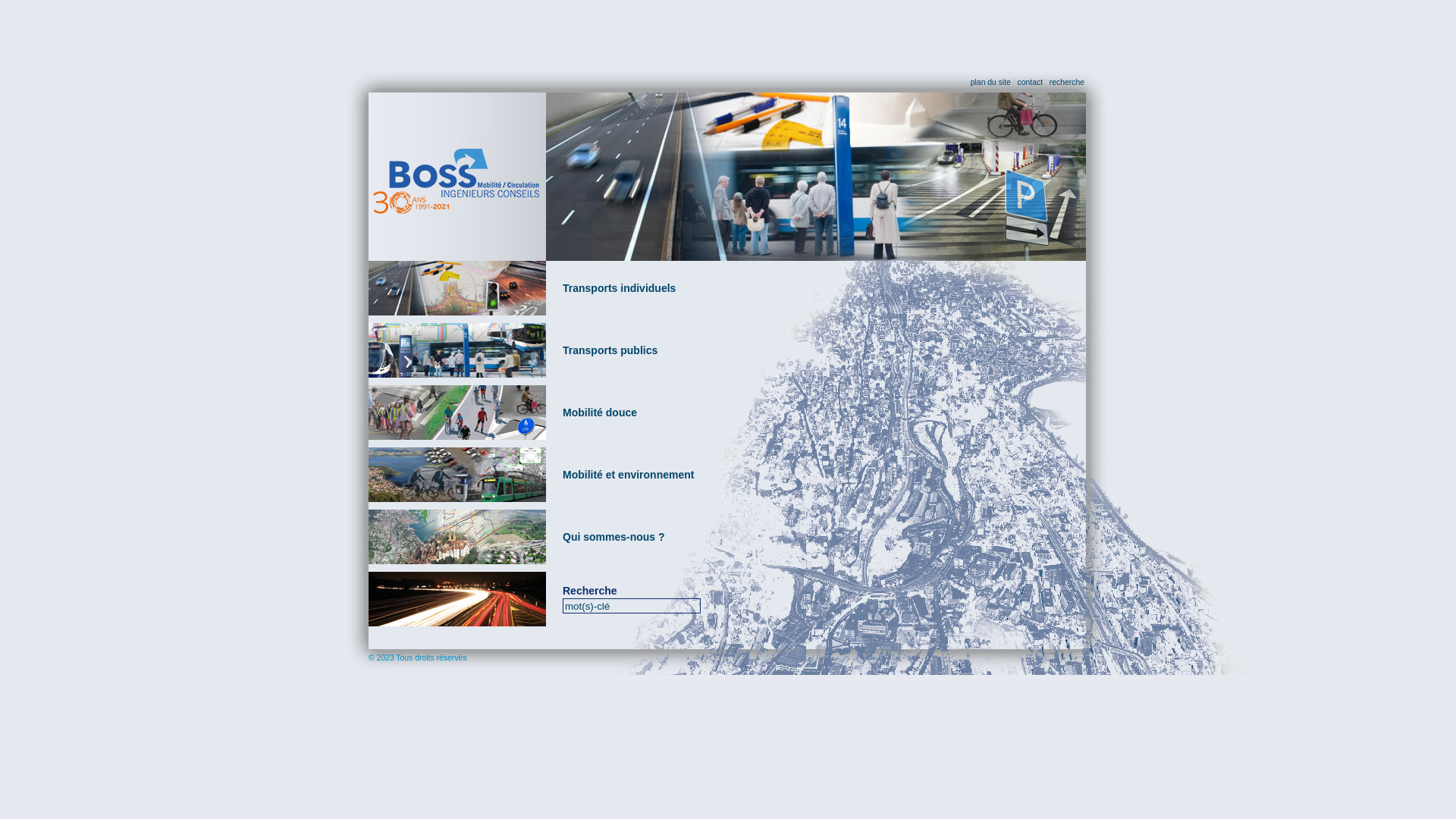 Image resolution: width=1456 pixels, height=819 pixels. I want to click on 'contact', so click(1030, 82).